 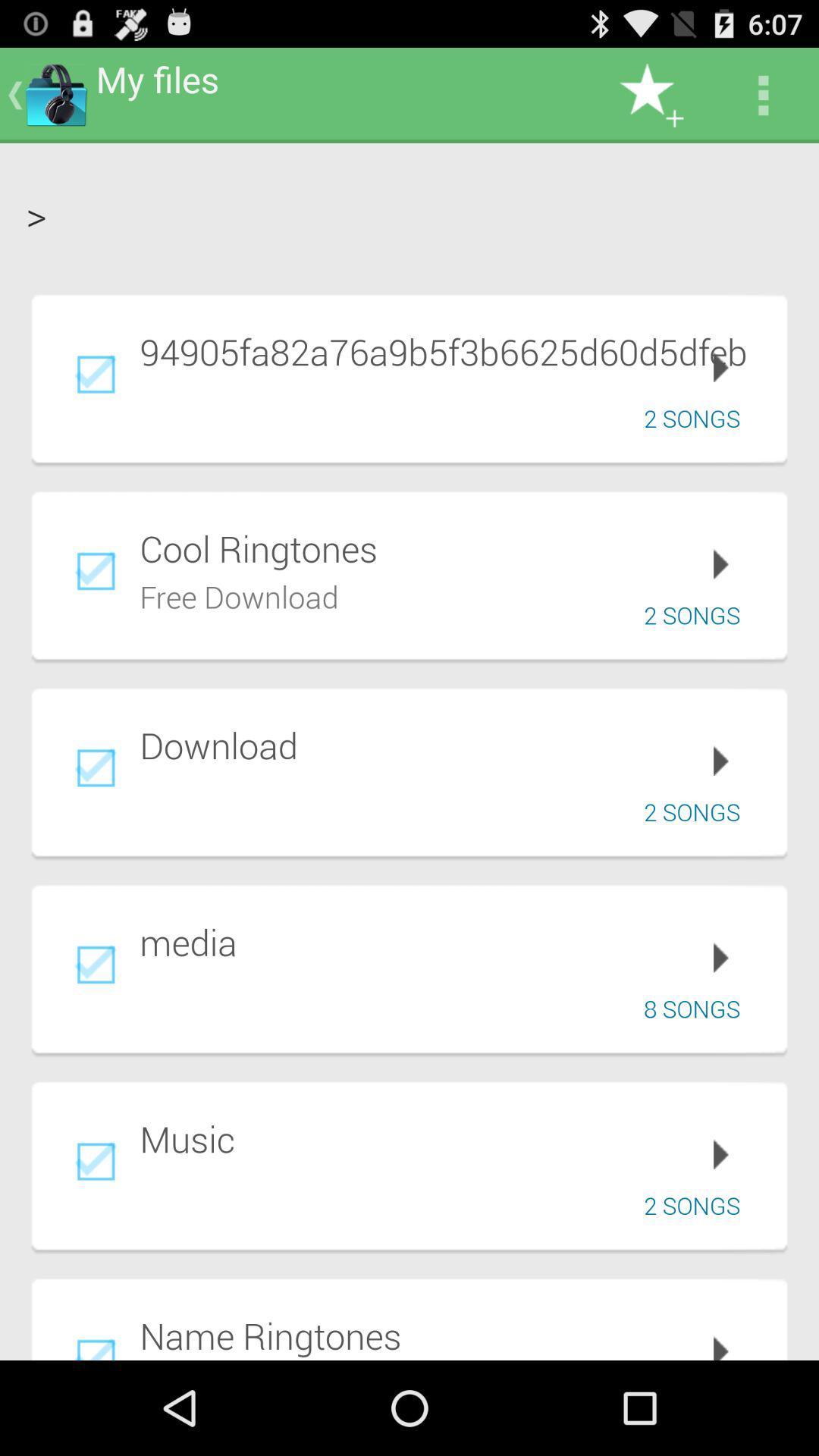 I want to click on app below the 2 songs item, so click(x=452, y=941).